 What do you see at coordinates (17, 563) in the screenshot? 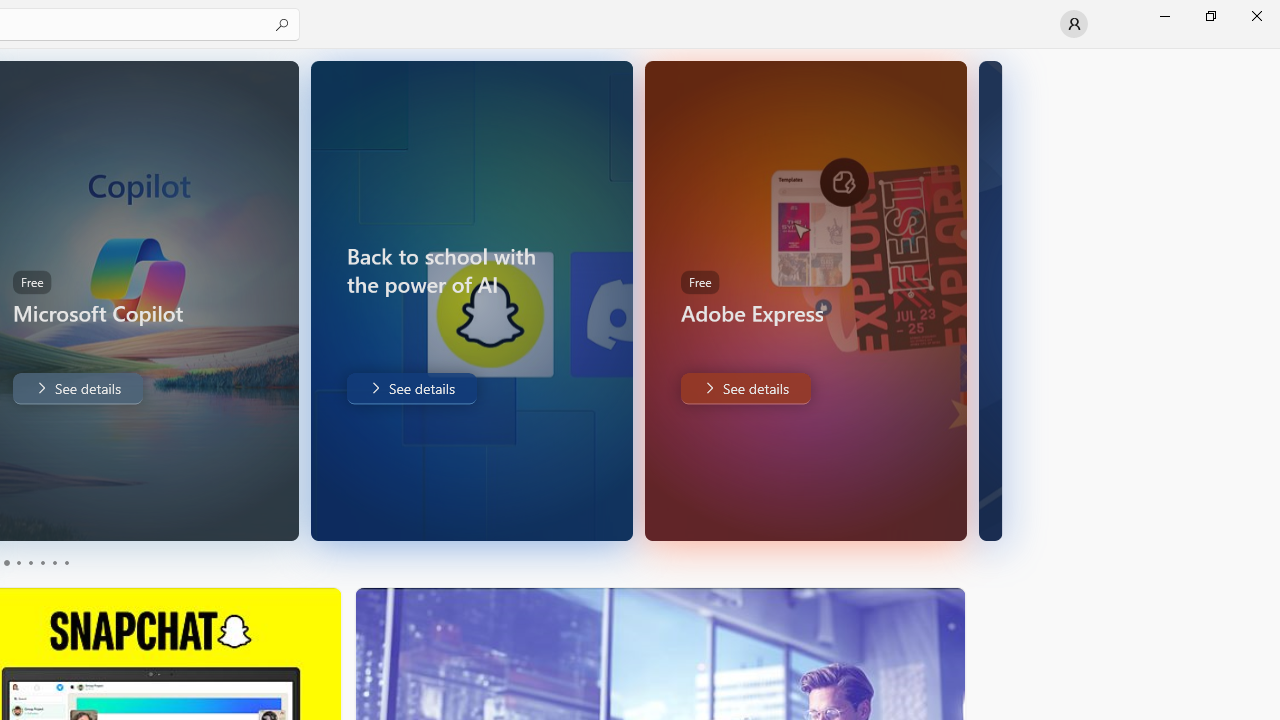
I see `'Page 2'` at bounding box center [17, 563].